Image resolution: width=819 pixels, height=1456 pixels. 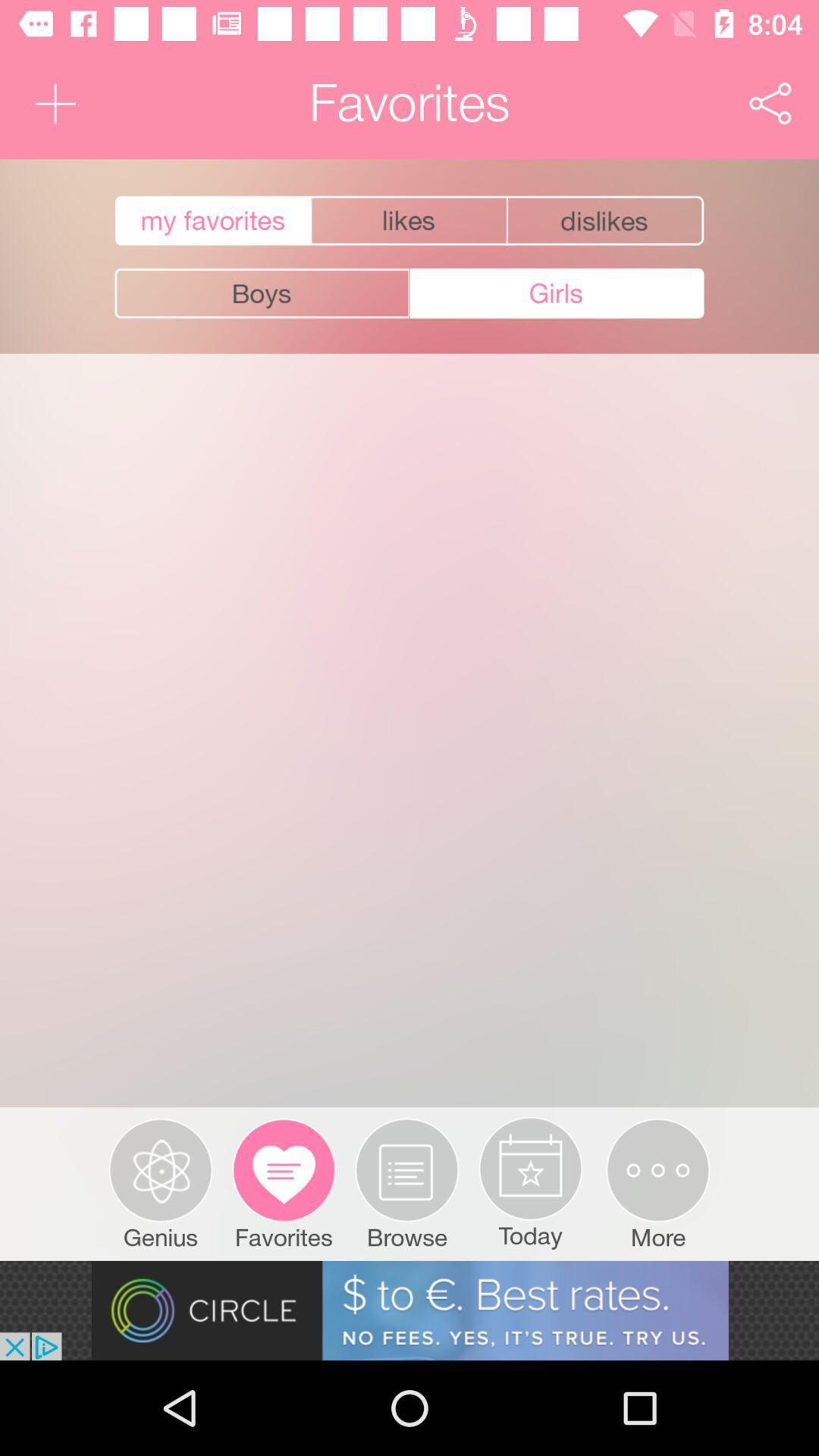 I want to click on open likes, so click(x=408, y=220).